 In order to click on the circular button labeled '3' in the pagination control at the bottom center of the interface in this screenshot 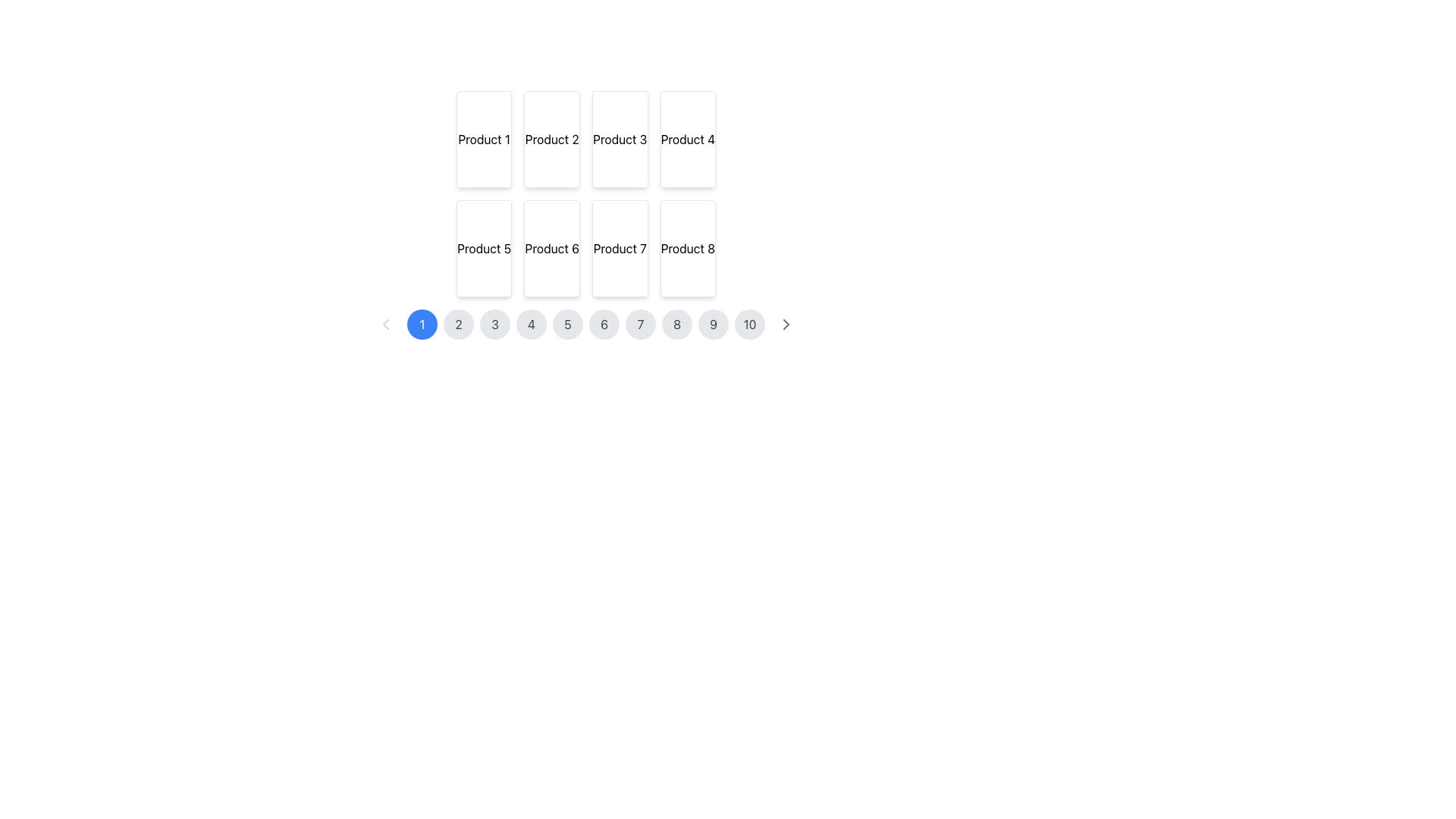, I will do `click(494, 324)`.